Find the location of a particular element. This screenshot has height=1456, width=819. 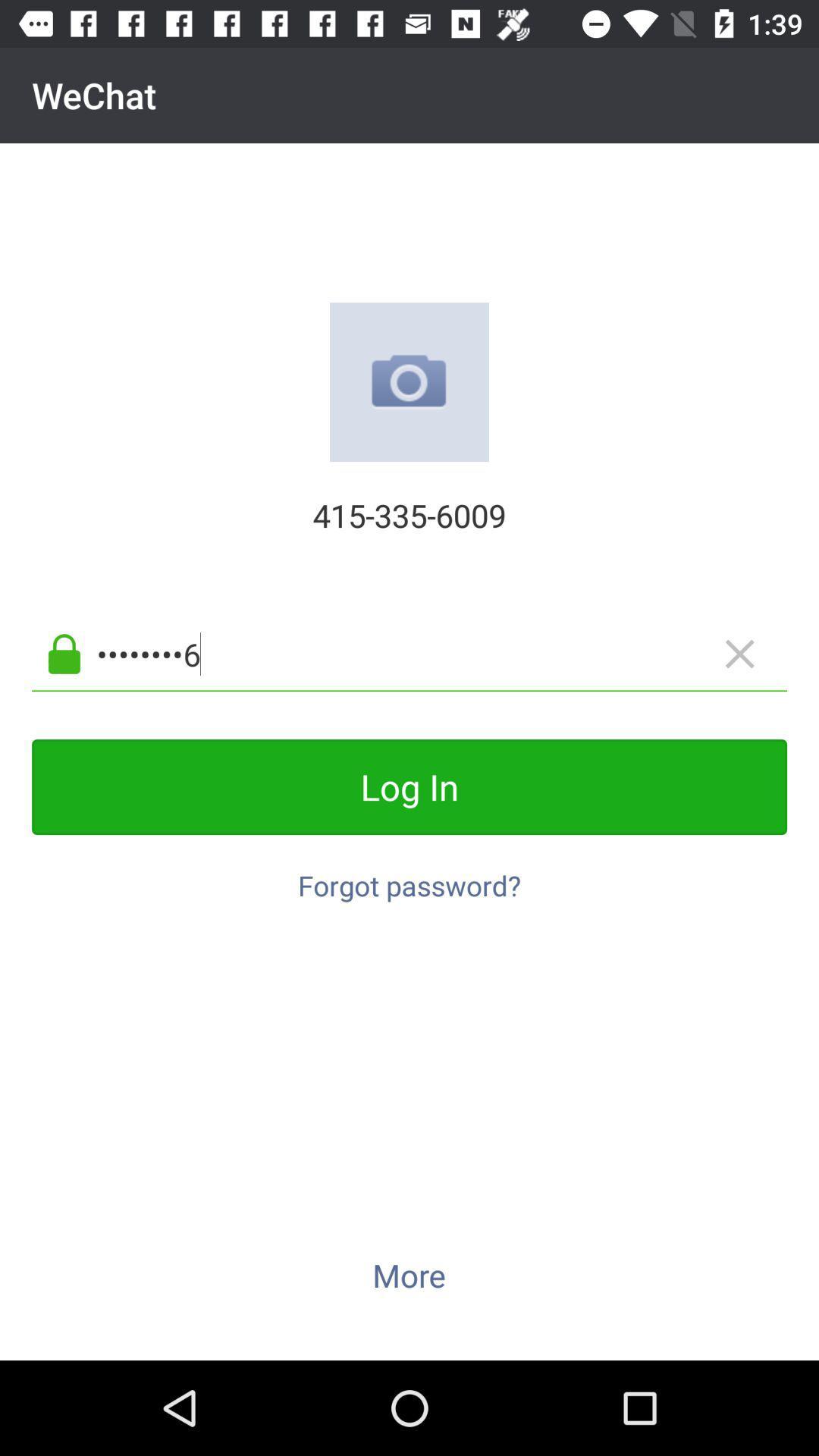

crowd3116 icon is located at coordinates (434, 654).